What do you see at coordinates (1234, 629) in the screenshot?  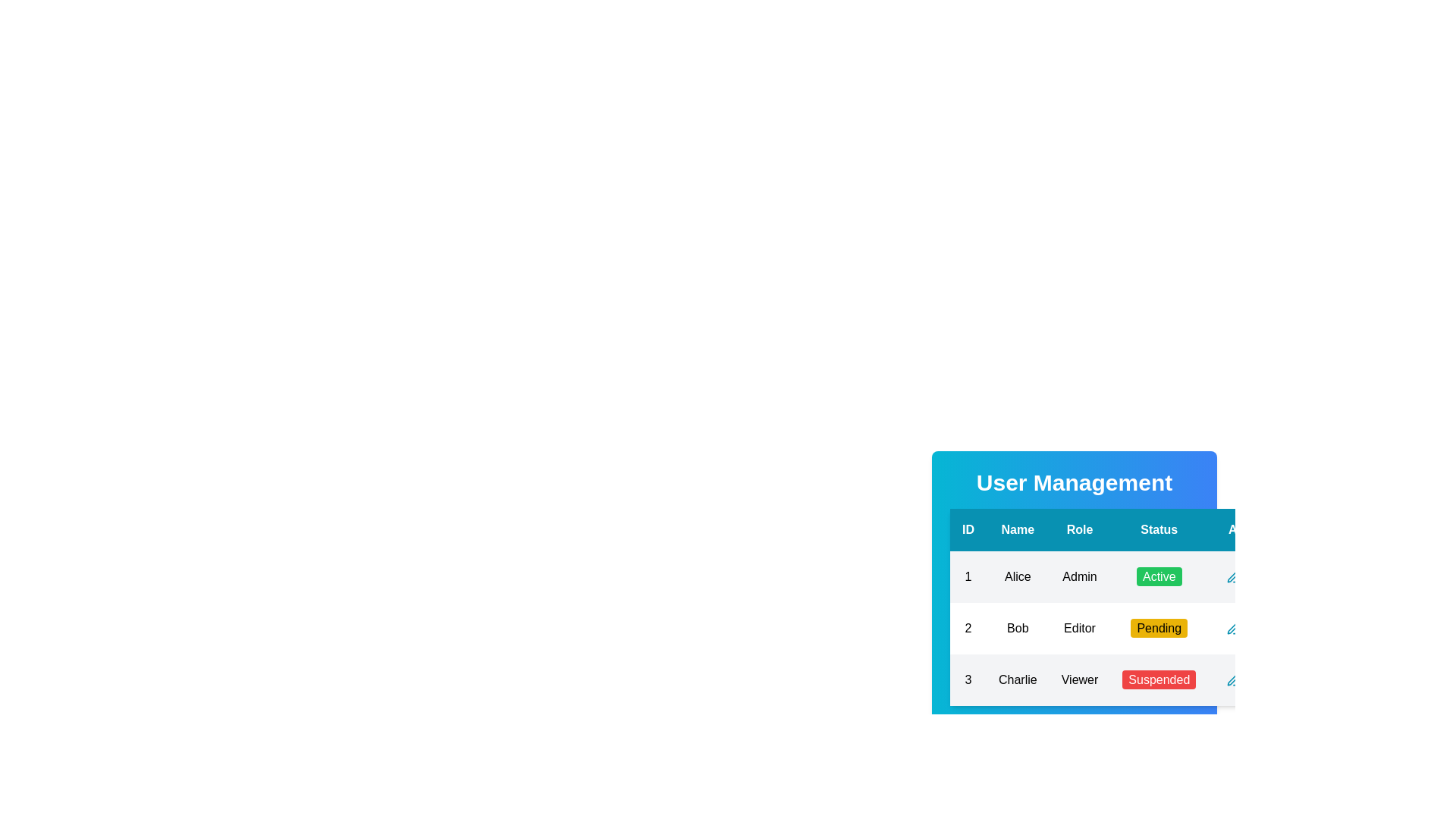 I see `the cyan pen icon button located next to the 'Pending' status tag for user 'Bob' in the 'User Management' table` at bounding box center [1234, 629].